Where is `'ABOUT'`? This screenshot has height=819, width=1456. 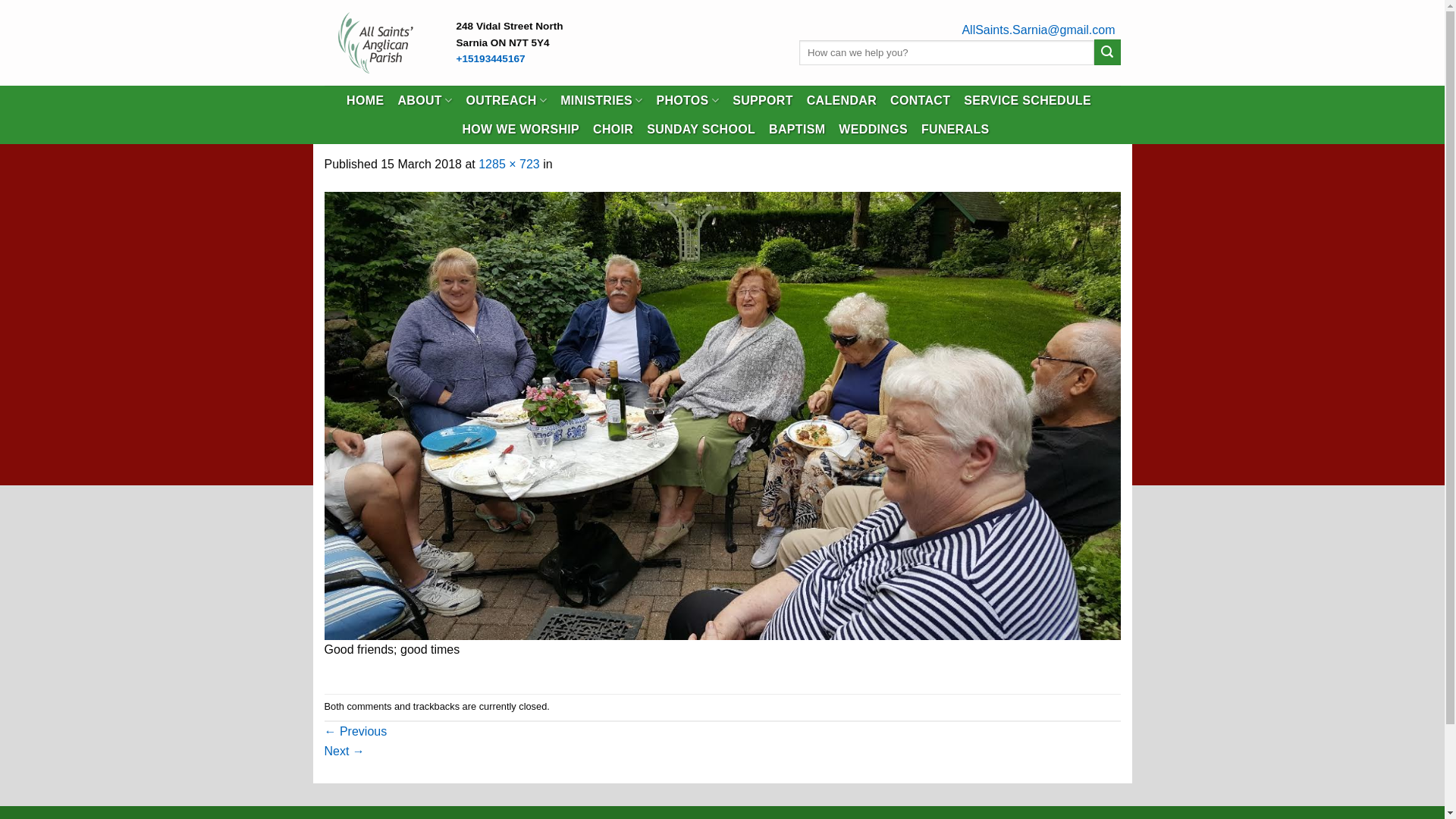 'ABOUT' is located at coordinates (425, 100).